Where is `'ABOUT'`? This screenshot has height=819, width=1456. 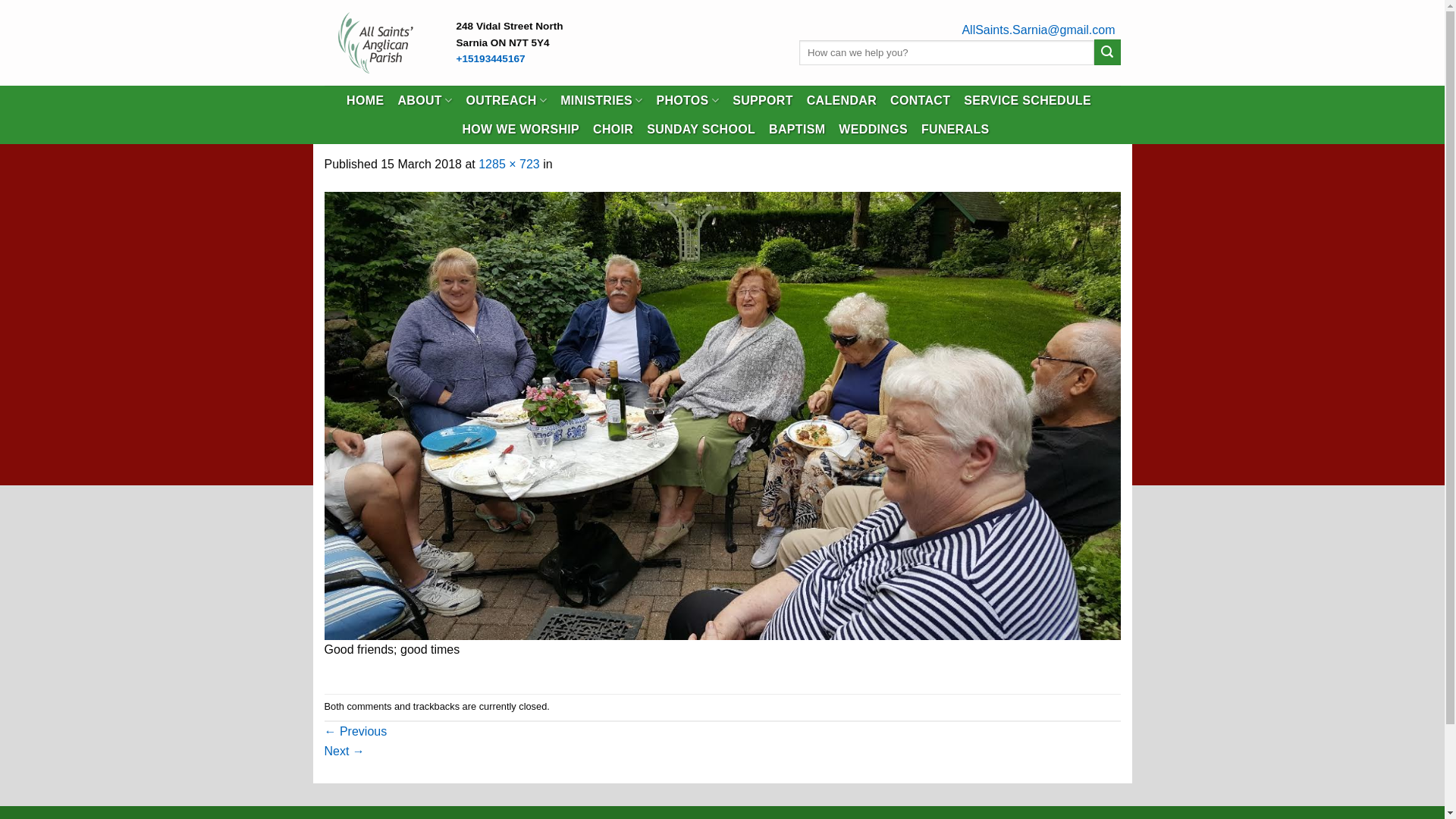 'ABOUT' is located at coordinates (425, 100).